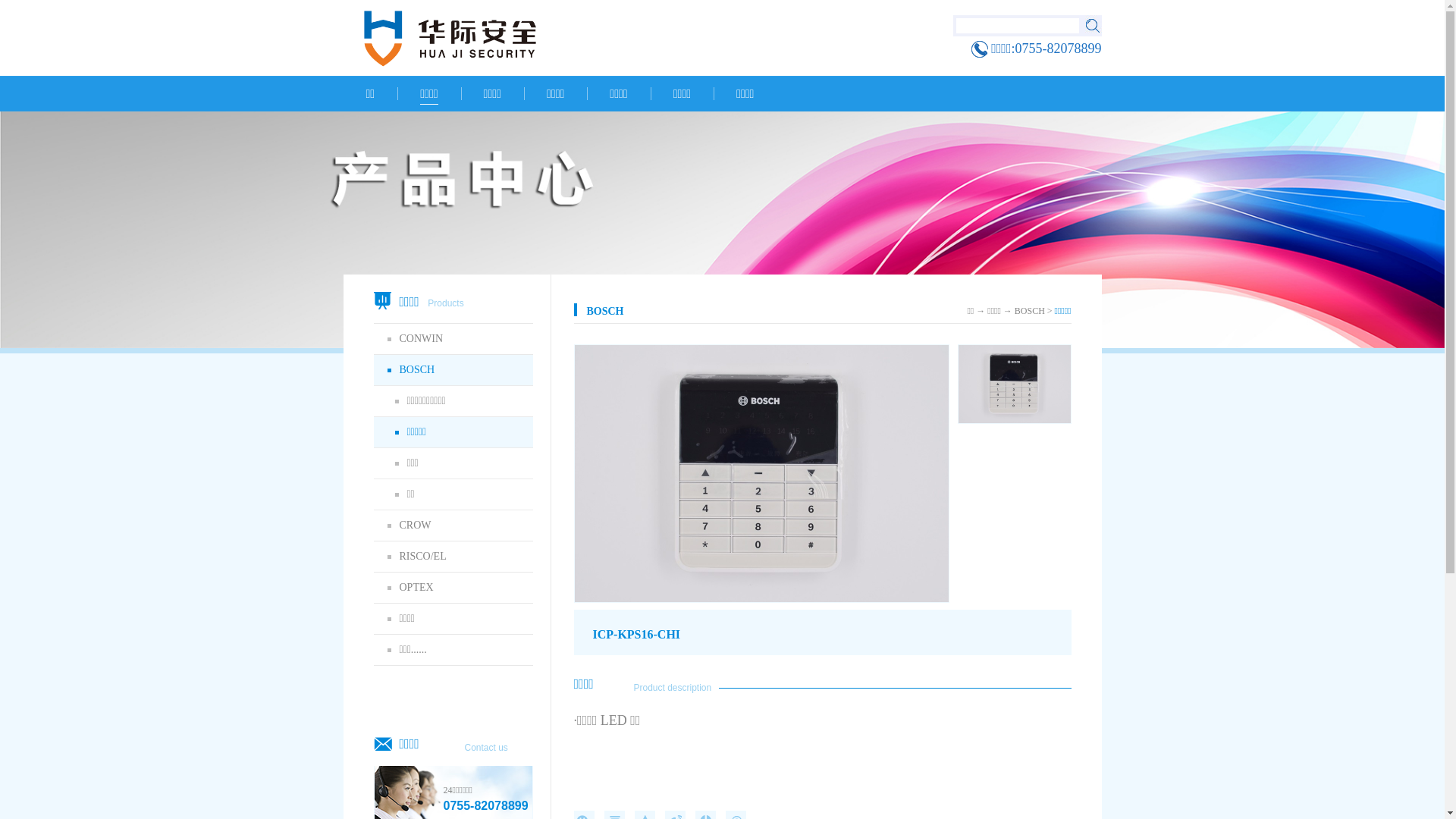 This screenshot has width=1456, height=819. Describe the element at coordinates (372, 338) in the screenshot. I see `'CONWIN'` at that location.